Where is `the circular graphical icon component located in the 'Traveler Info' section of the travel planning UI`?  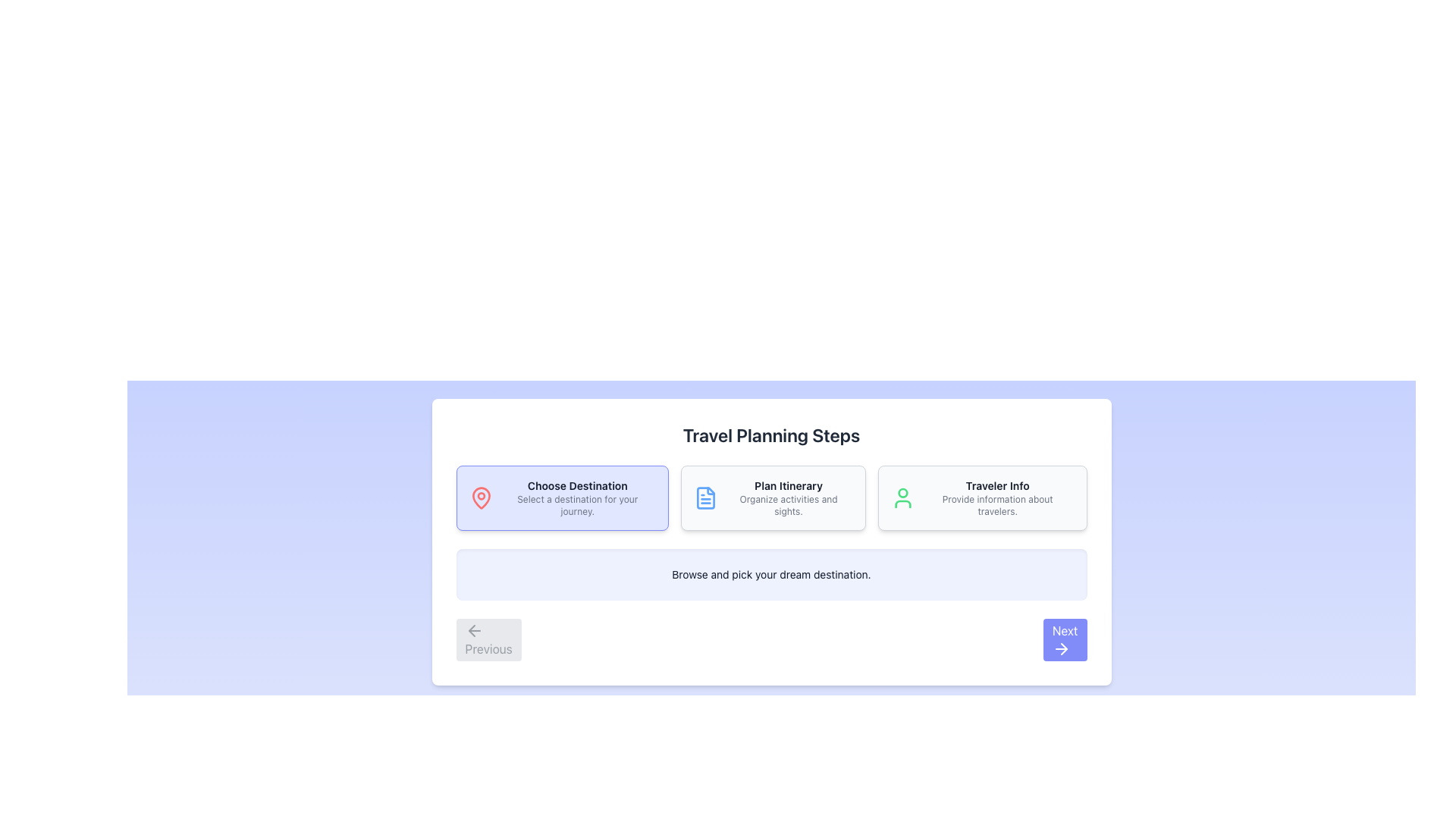 the circular graphical icon component located in the 'Traveler Info' section of the travel planning UI is located at coordinates (902, 493).